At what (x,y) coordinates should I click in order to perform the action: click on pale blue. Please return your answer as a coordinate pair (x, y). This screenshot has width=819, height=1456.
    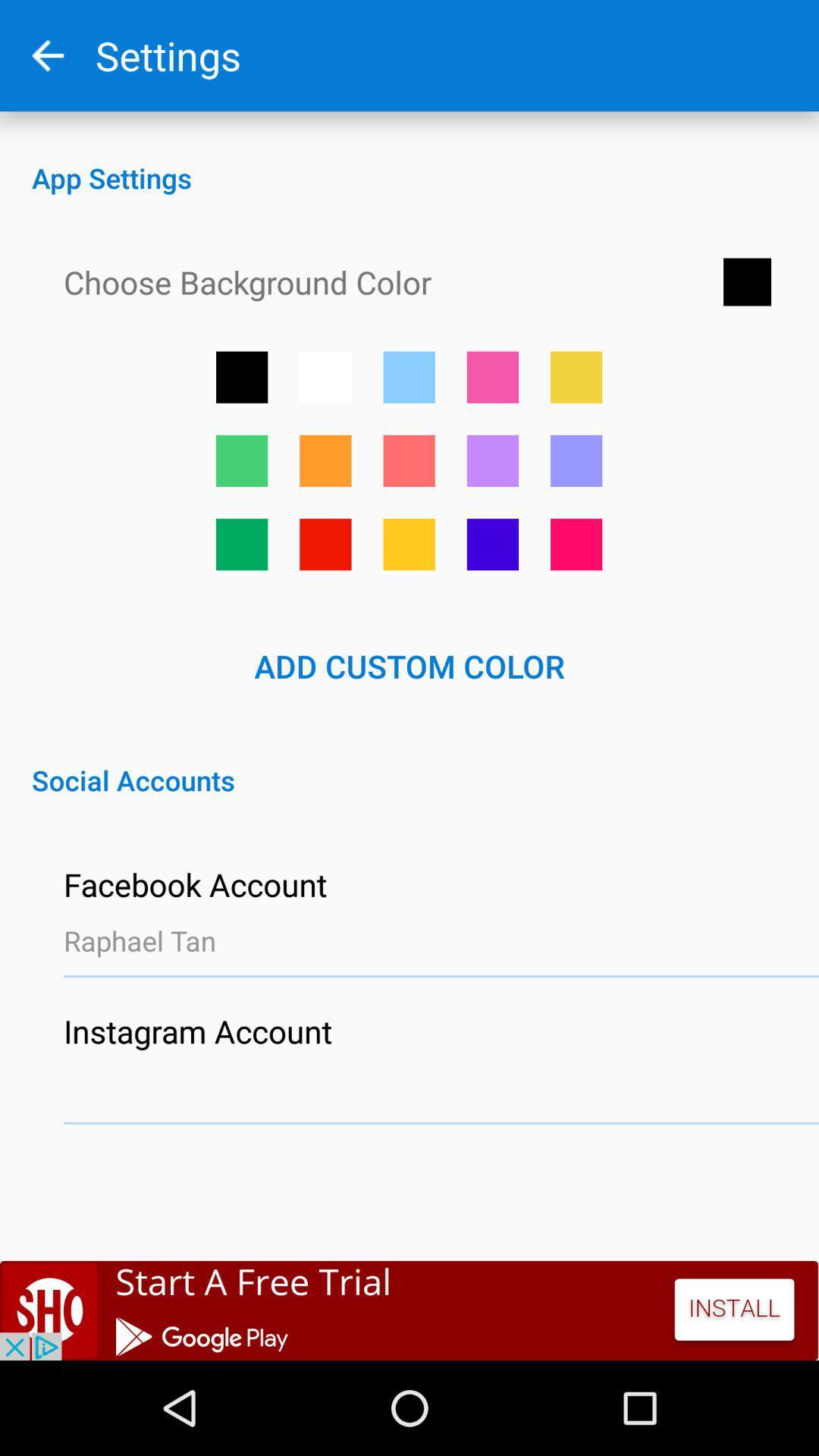
    Looking at the image, I should click on (576, 460).